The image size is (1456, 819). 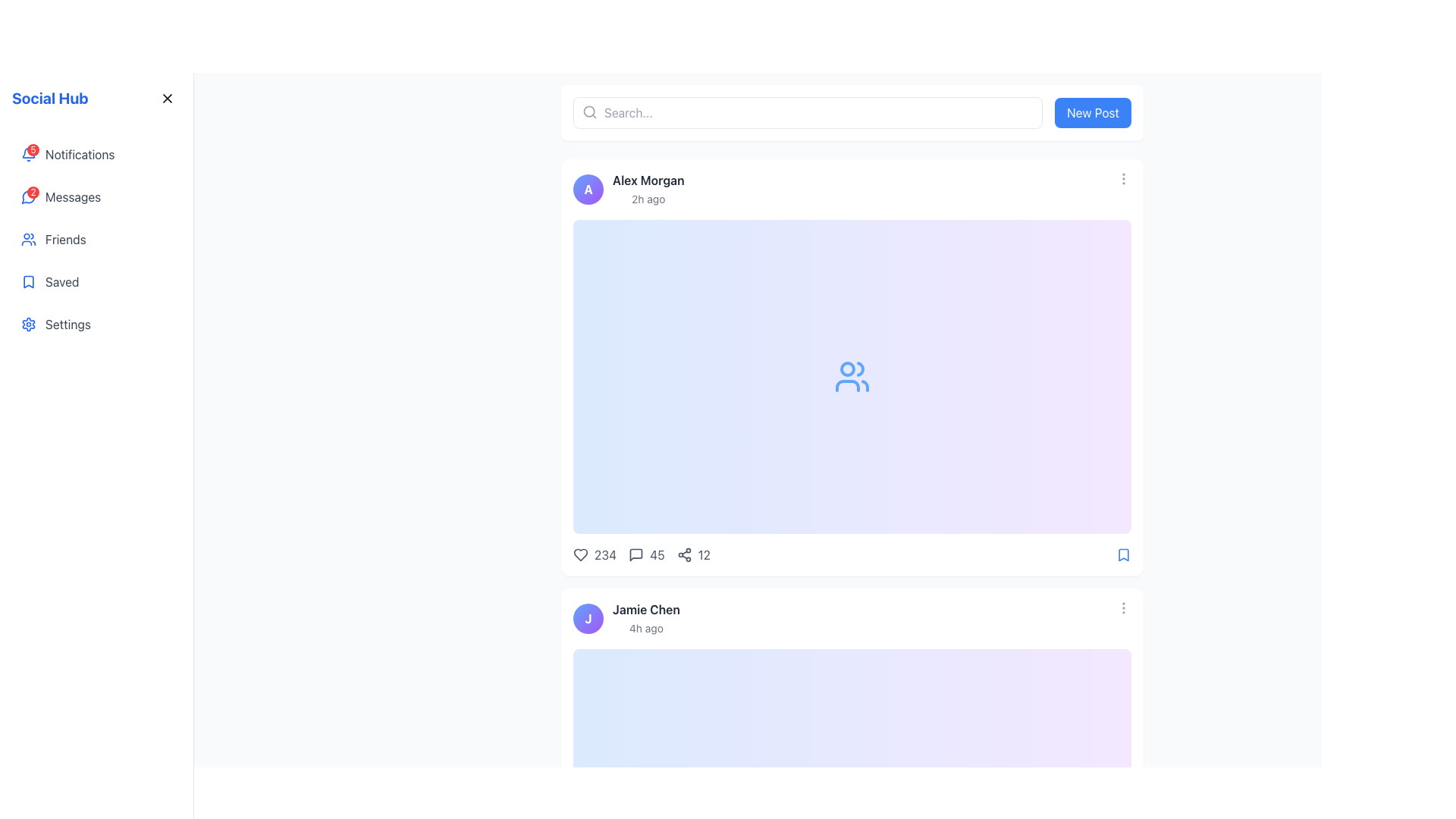 What do you see at coordinates (1124, 607) in the screenshot?
I see `the vertical ellipsis icon consisting of three gray dots located at the top-right corner of Jamie Chen's post to observe the color change` at bounding box center [1124, 607].